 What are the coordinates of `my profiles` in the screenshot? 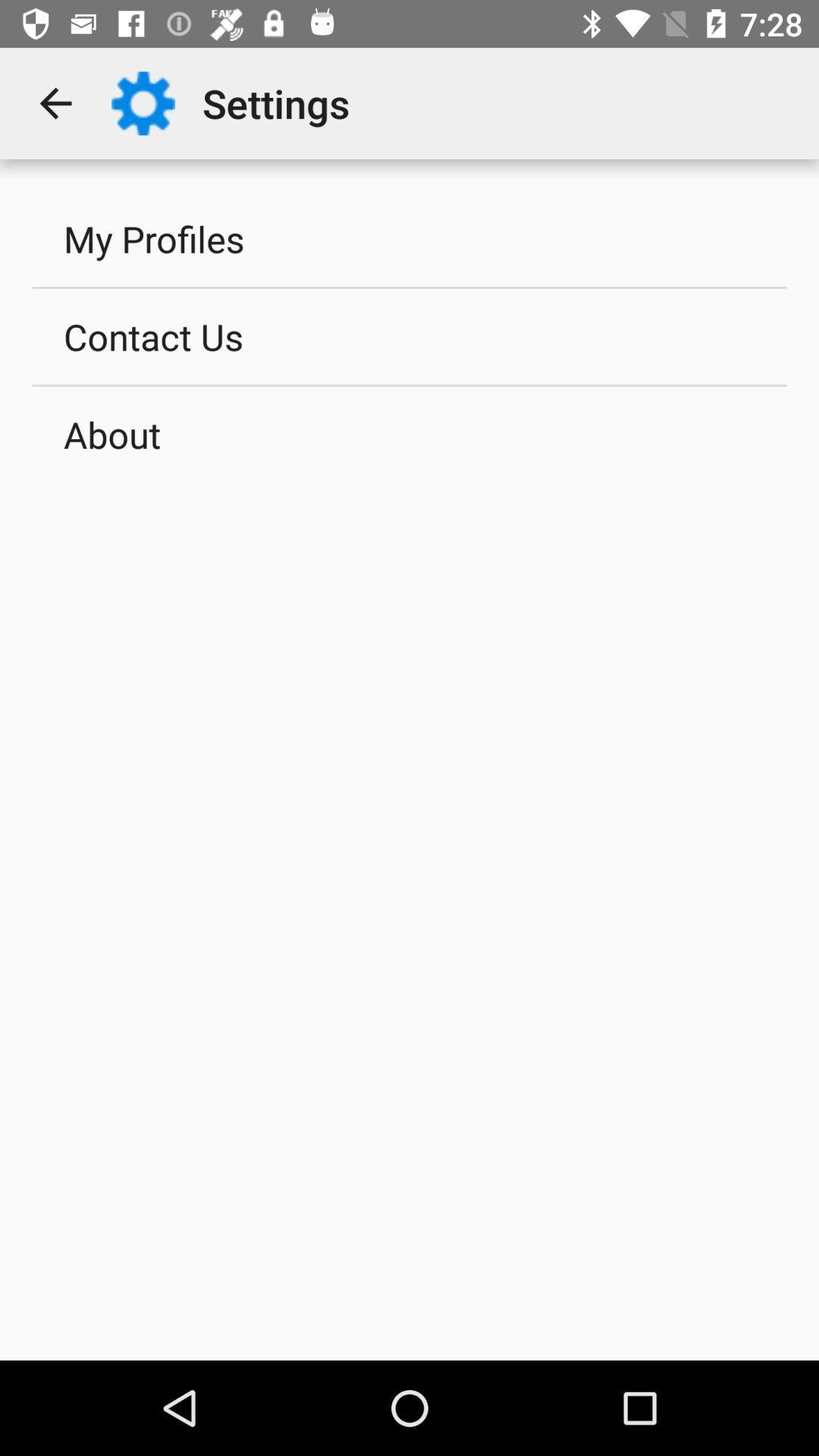 It's located at (409, 238).